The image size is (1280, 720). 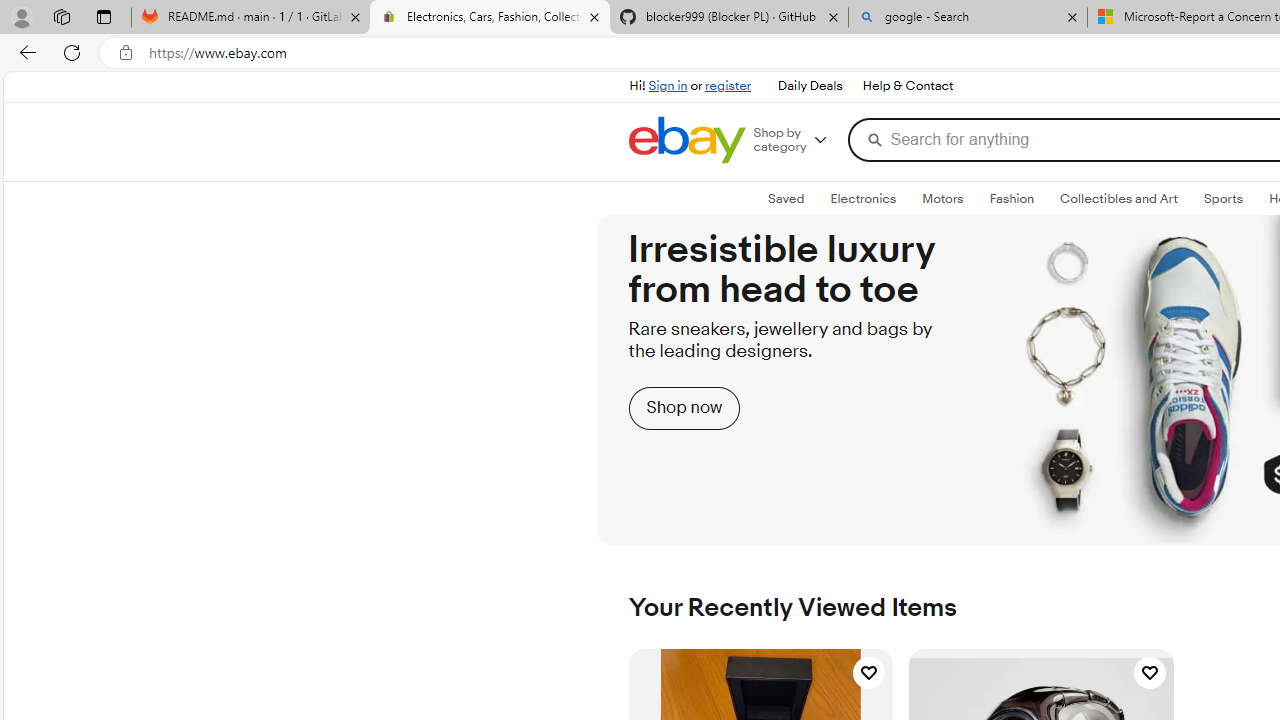 What do you see at coordinates (727, 85) in the screenshot?
I see `'register'` at bounding box center [727, 85].